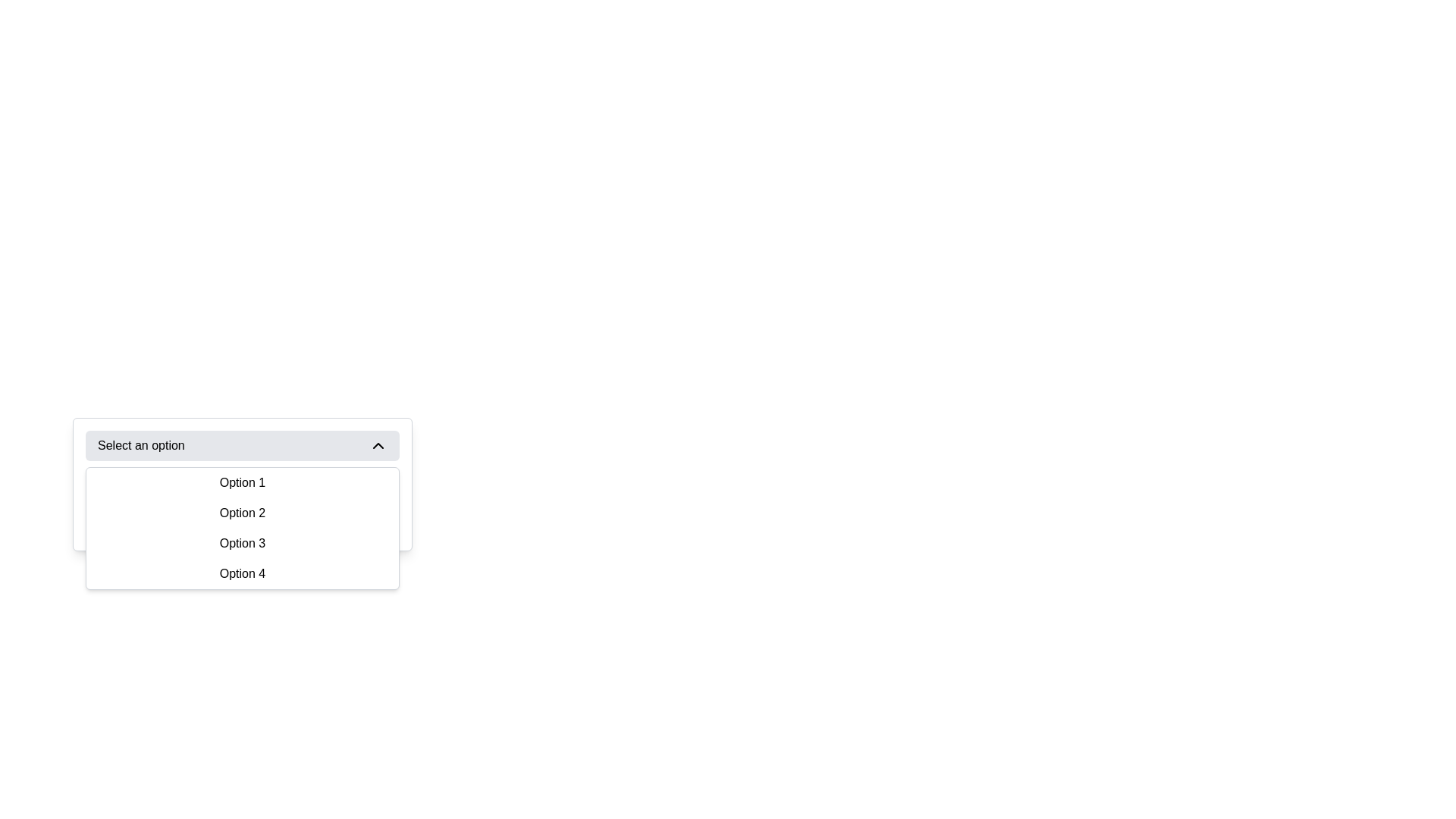 The height and width of the screenshot is (819, 1456). I want to click on the first selectable item in the dropdown menu labeled 'Select an option', so click(243, 482).